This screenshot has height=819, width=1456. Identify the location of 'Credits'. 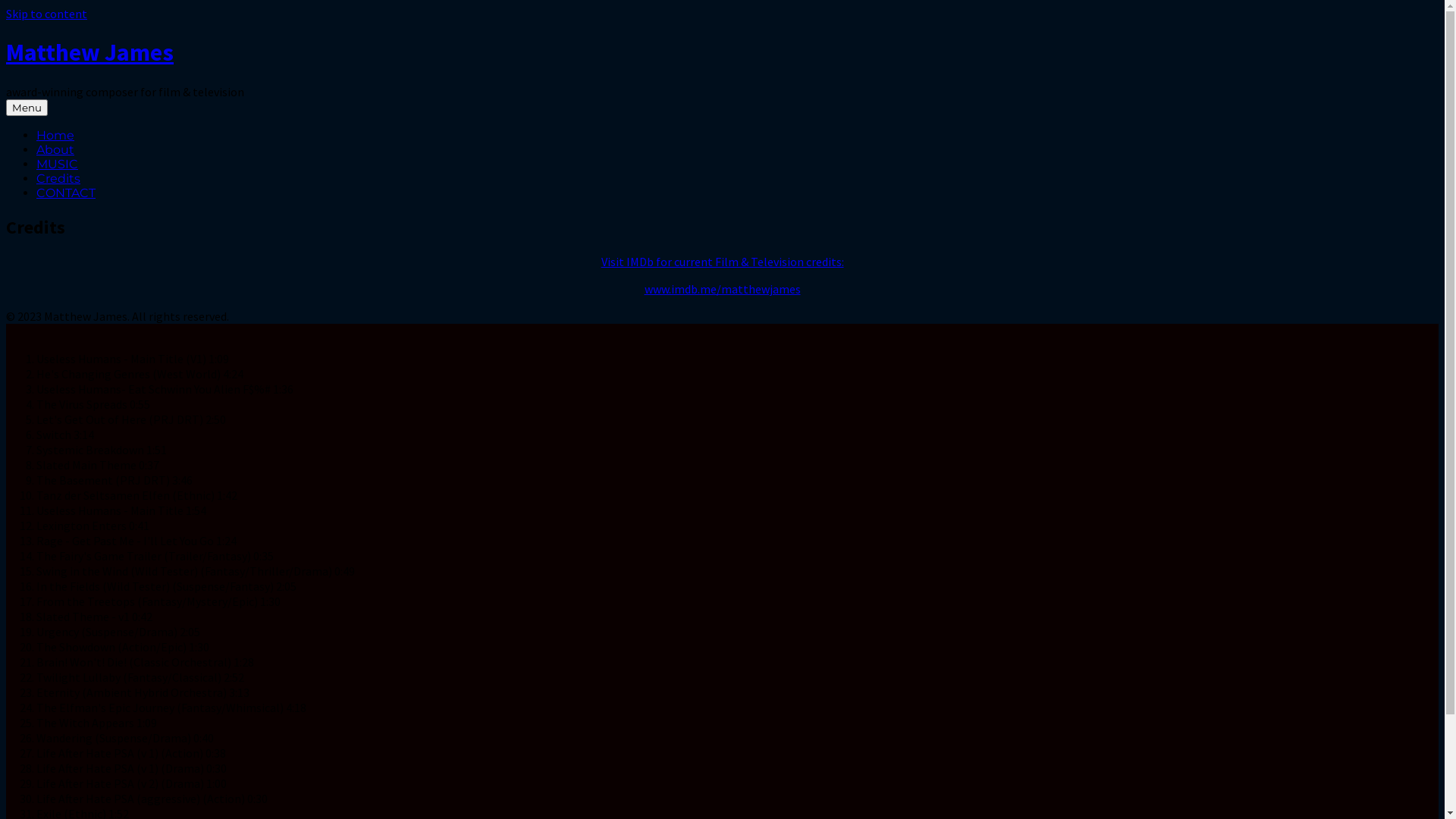
(58, 177).